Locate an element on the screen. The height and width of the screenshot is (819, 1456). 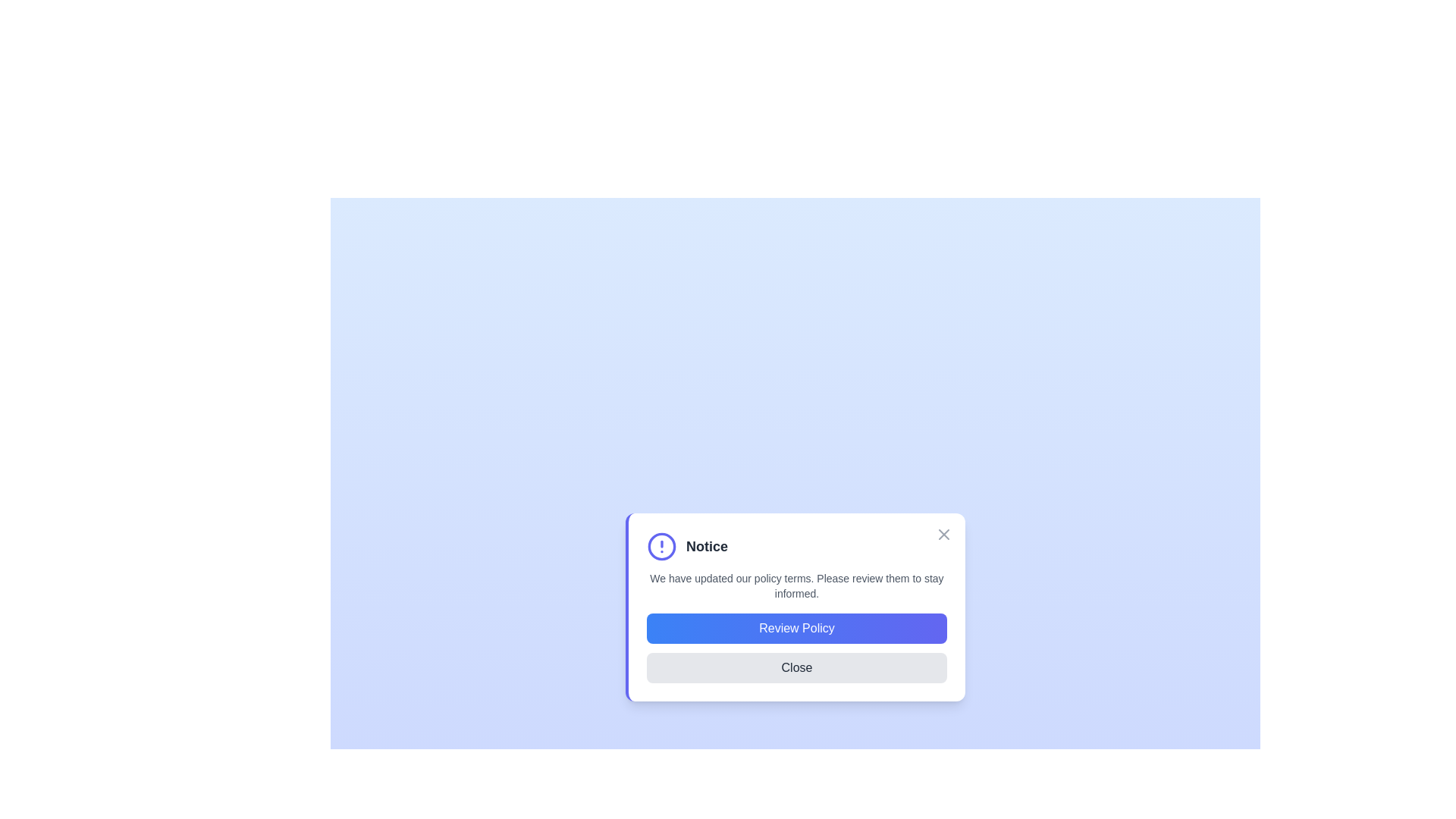
the notice icon and text to emphasize the content is located at coordinates (662, 547).